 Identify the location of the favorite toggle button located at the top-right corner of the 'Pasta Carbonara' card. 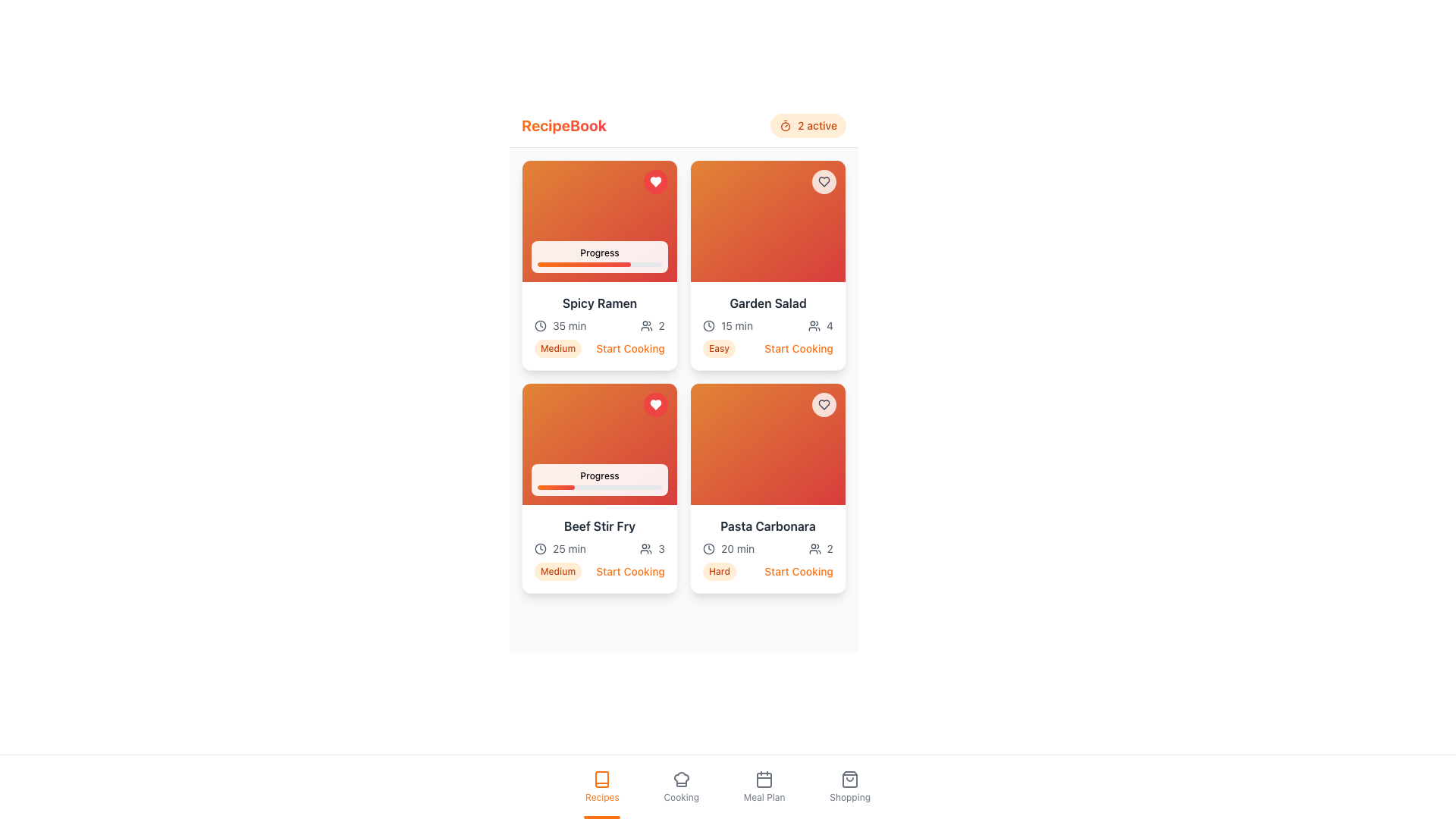
(823, 403).